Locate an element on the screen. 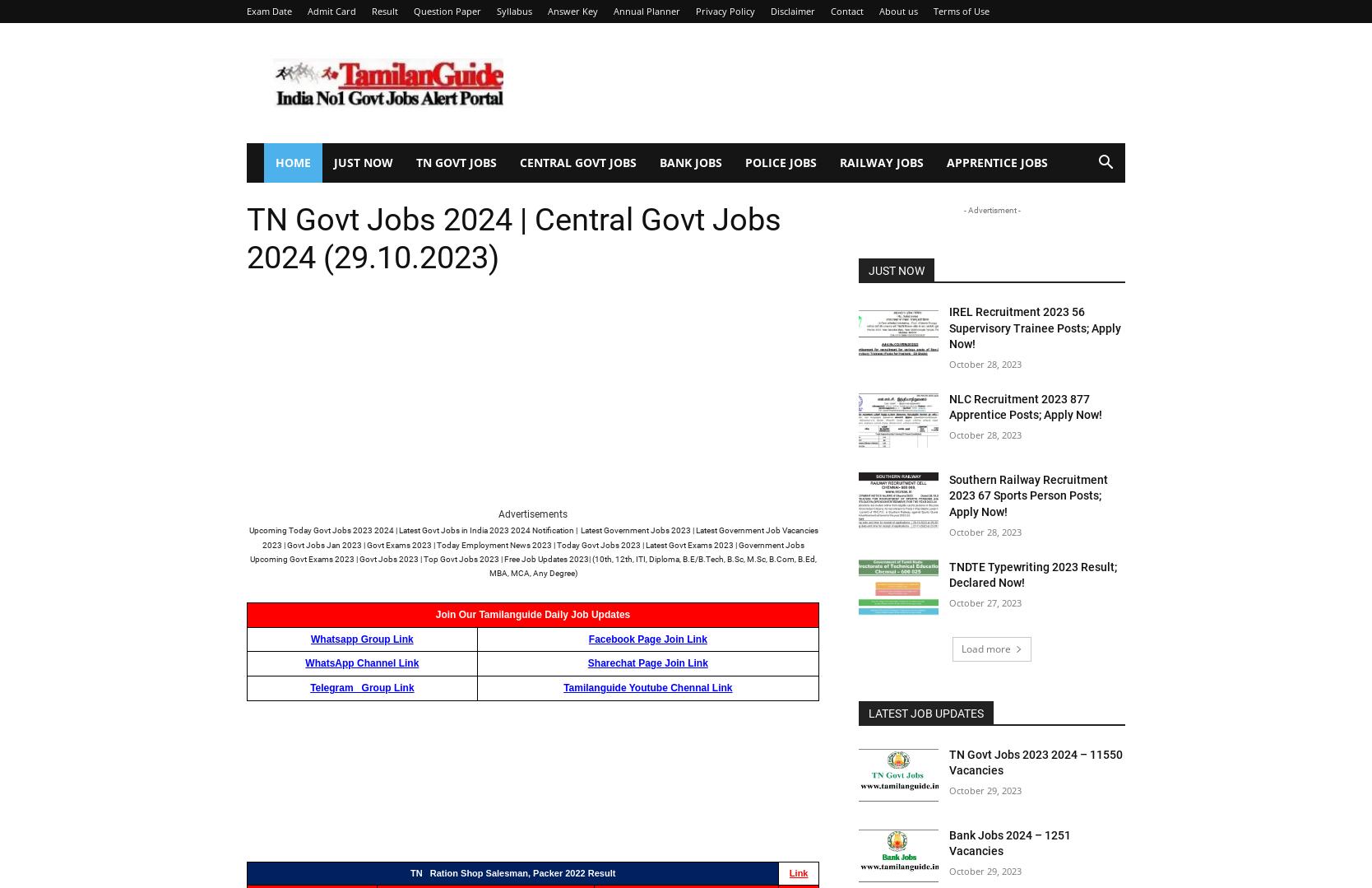 The width and height of the screenshot is (1372, 888). 'IREL Recruitment 2023 56 Supervisory Trainee Posts; Apply Now!' is located at coordinates (1035, 327).